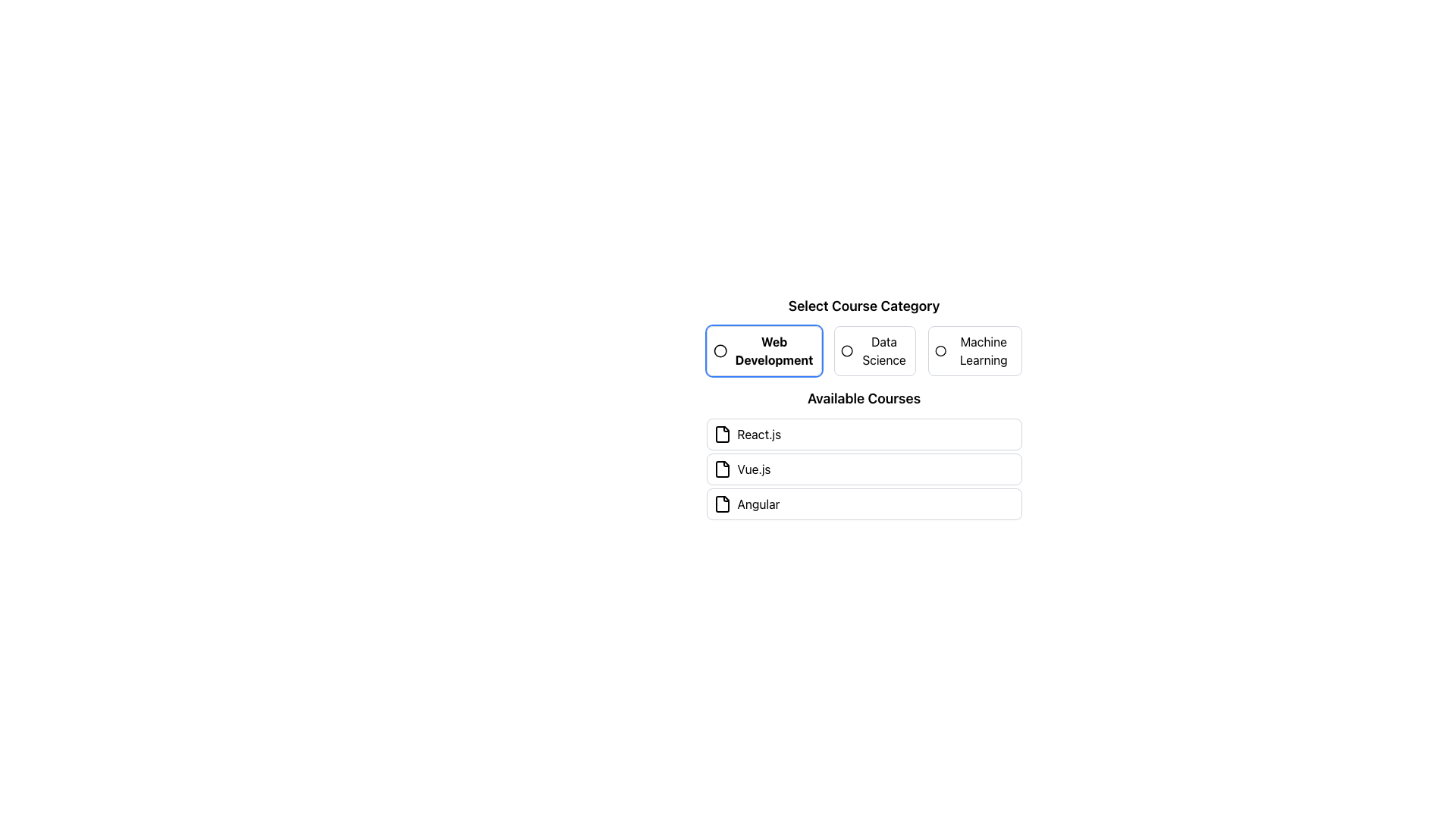  Describe the element at coordinates (846, 350) in the screenshot. I see `the decorative graphic element located to the left of the 'Data Science' label, which serves as a visual marker` at that location.